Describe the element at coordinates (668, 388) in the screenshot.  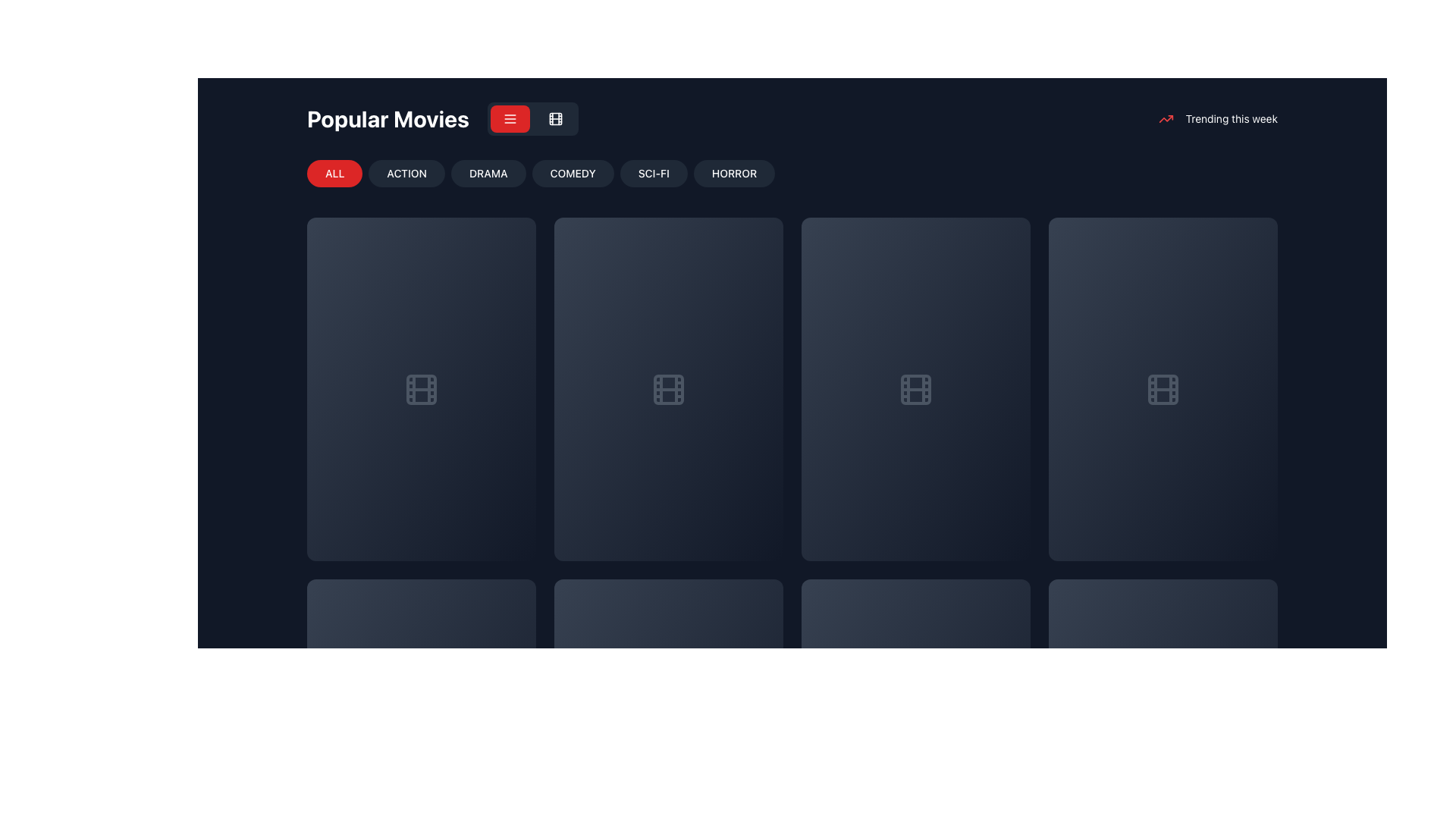
I see `the film reel icon with a light gray outline located in the center of the third cell in the first row of the grid layout to interact with it` at that location.